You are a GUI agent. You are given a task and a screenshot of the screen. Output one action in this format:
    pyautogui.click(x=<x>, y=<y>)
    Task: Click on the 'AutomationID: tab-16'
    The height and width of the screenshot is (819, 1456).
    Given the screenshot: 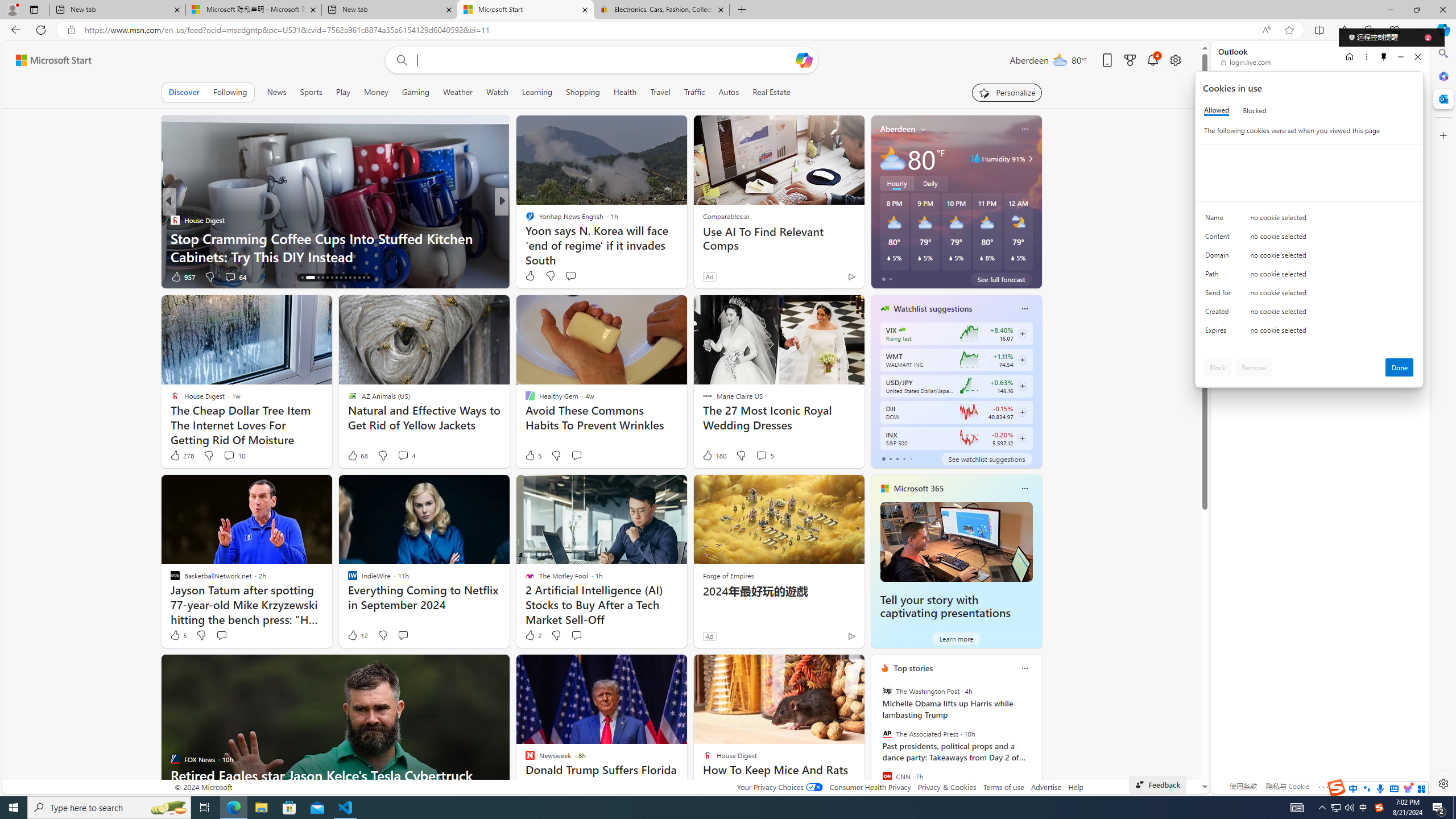 What is the action you would take?
    pyautogui.click(x=310, y=277)
    